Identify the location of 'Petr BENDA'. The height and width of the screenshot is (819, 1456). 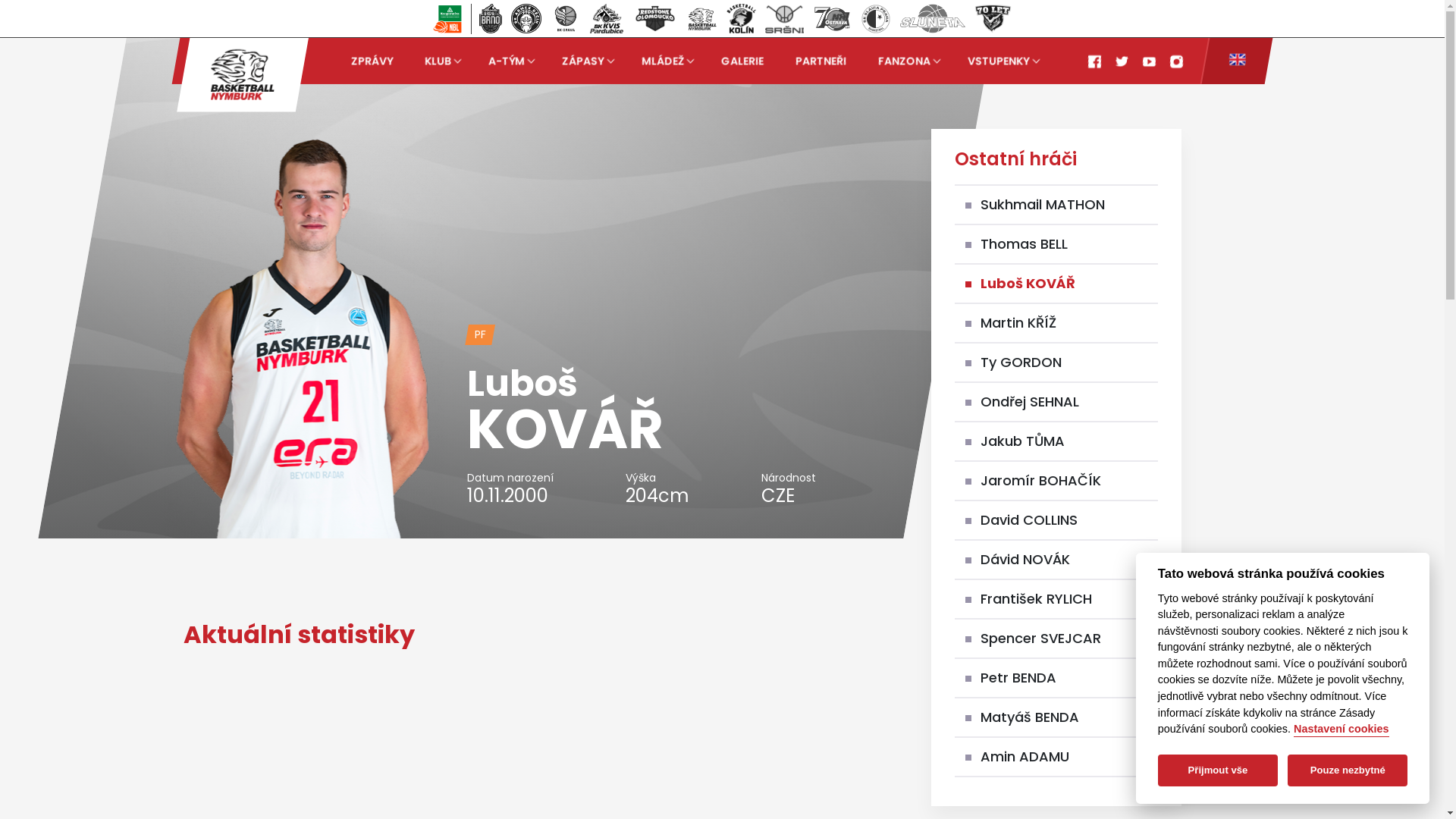
(1018, 676).